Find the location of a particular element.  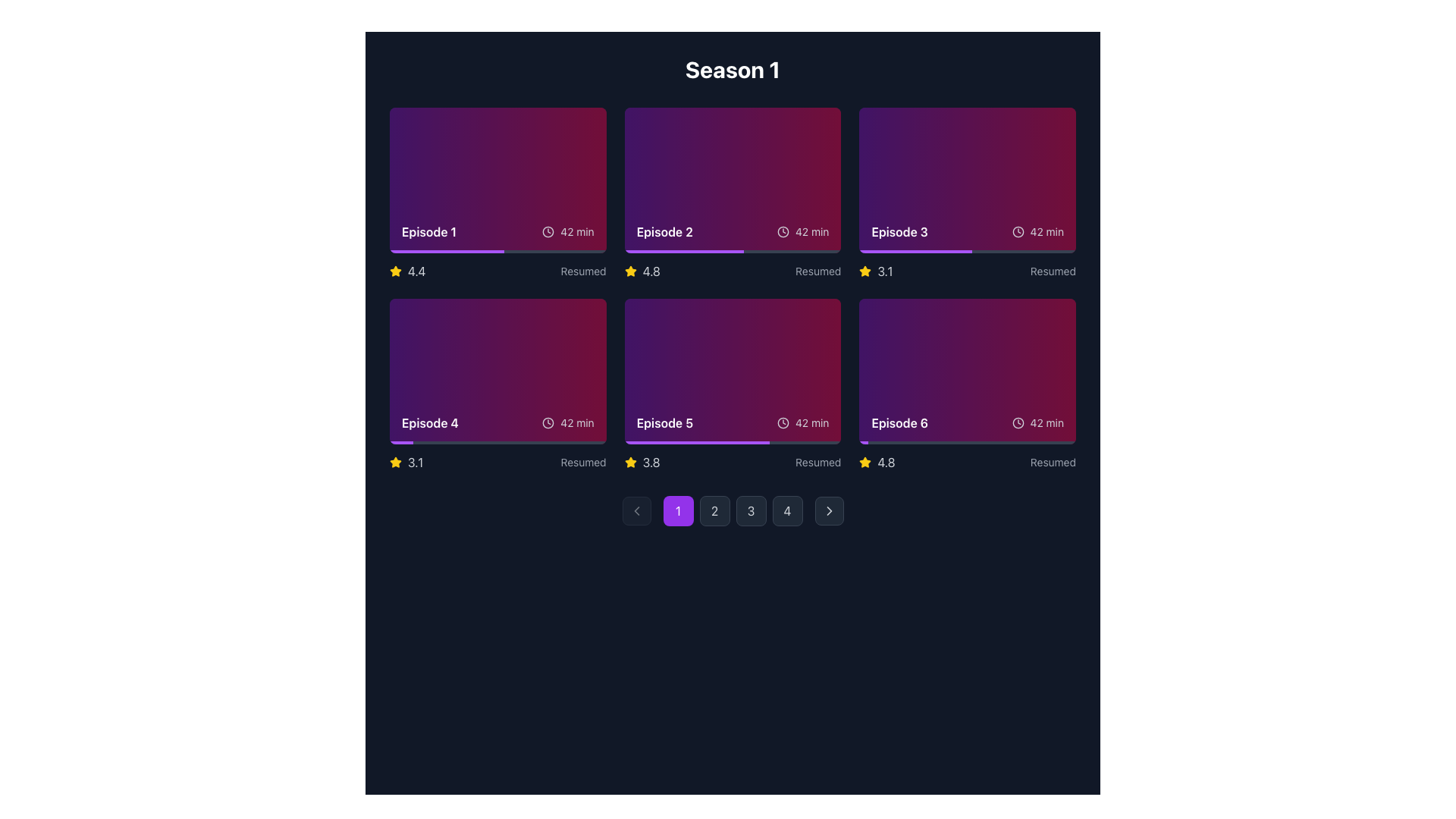

text content of the Text element indicating the duration of the episode, which is located in the bottom-right corner of the Episode 6 card, next to a clock icon is located at coordinates (1046, 423).